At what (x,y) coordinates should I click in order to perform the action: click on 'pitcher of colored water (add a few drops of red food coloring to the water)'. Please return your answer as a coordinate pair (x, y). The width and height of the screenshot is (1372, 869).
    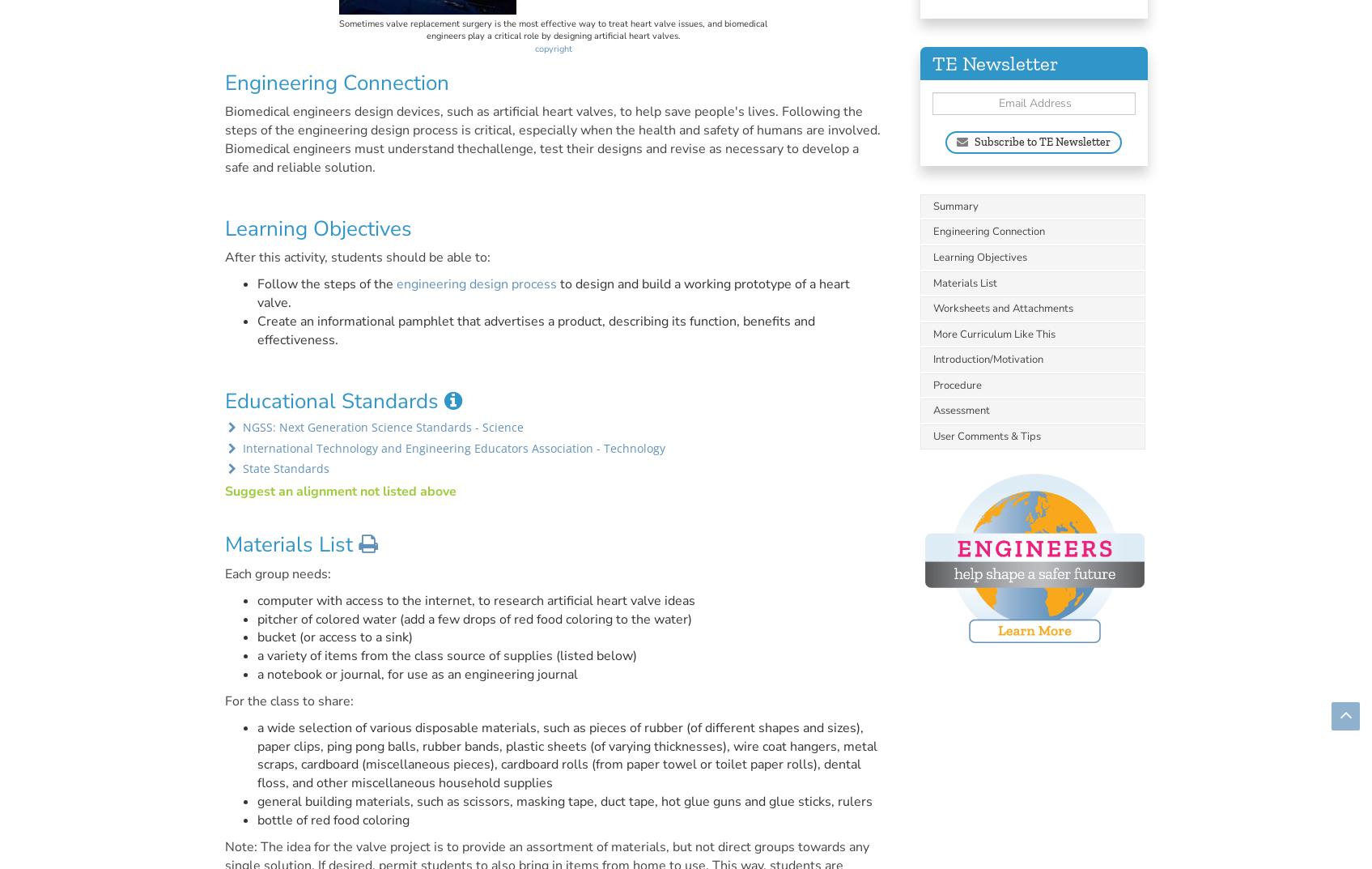
    Looking at the image, I should click on (474, 617).